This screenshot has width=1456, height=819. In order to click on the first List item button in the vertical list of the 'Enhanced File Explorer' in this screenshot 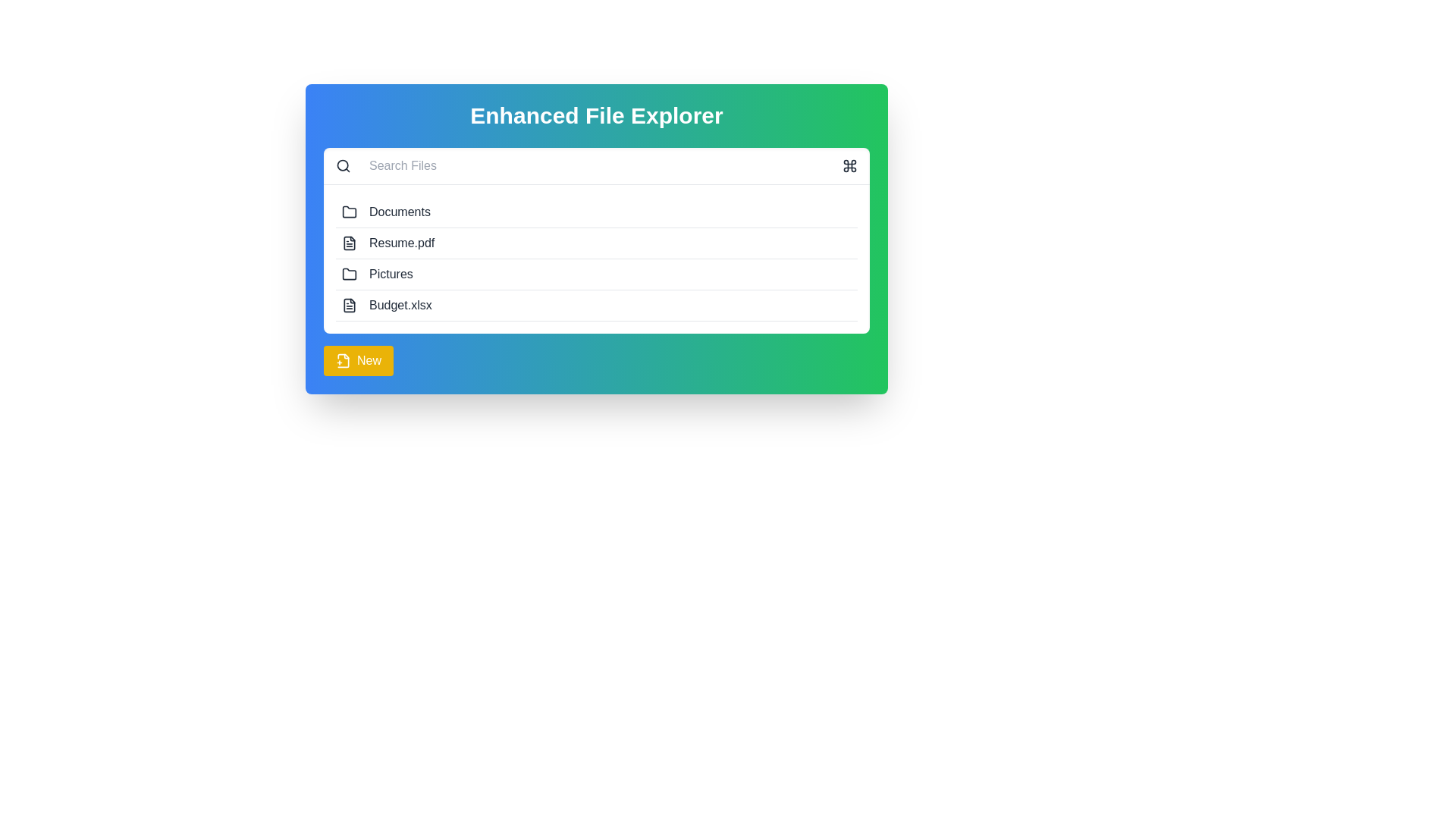, I will do `click(596, 212)`.